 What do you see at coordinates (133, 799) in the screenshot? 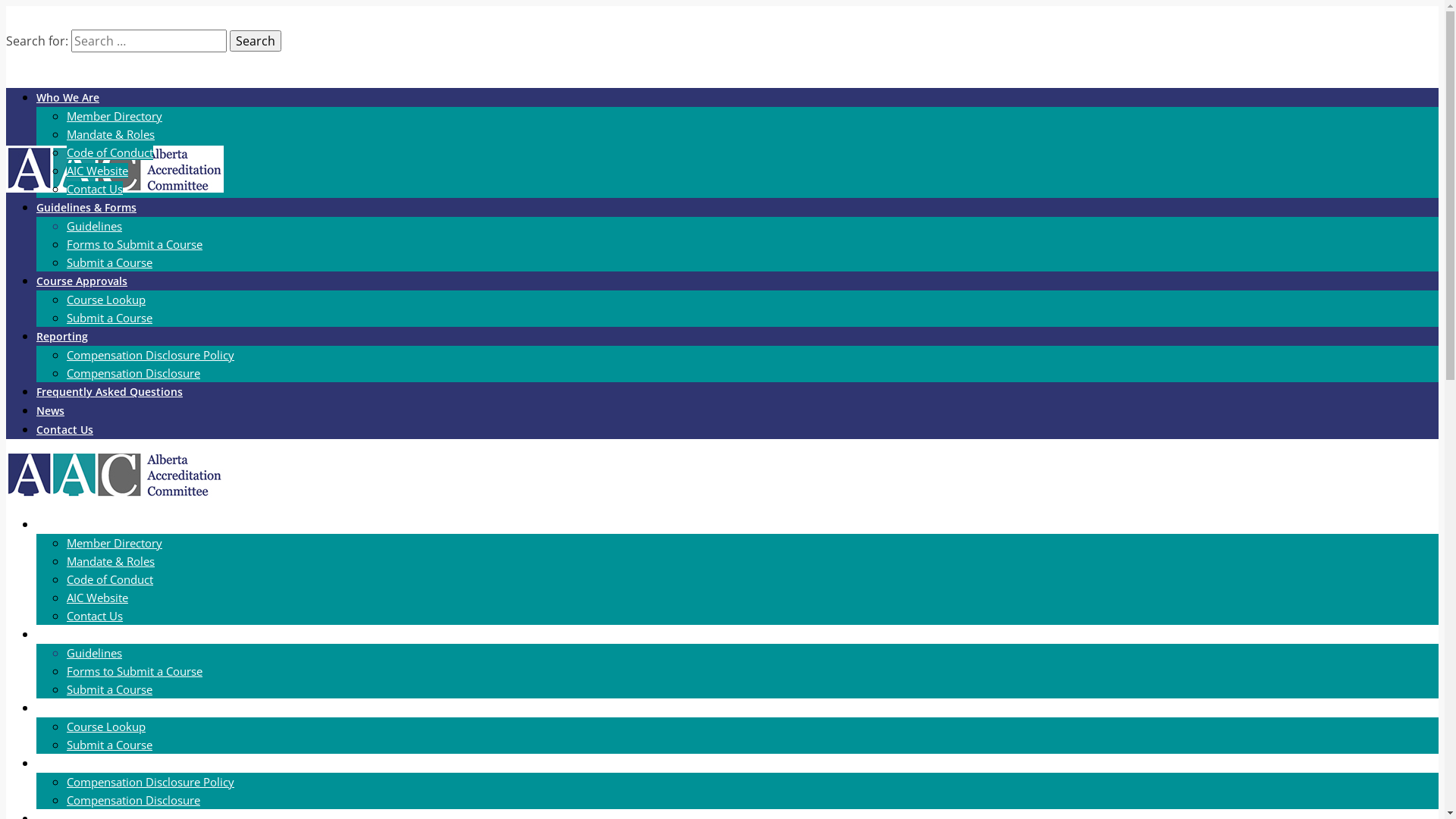
I see `'Compensation Disclosure'` at bounding box center [133, 799].